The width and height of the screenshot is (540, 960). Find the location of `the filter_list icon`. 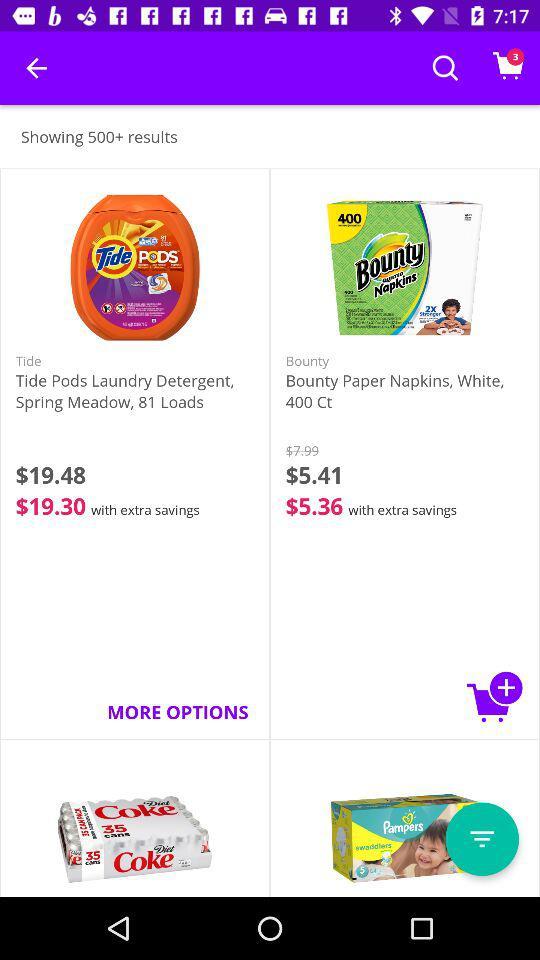

the filter_list icon is located at coordinates (481, 839).